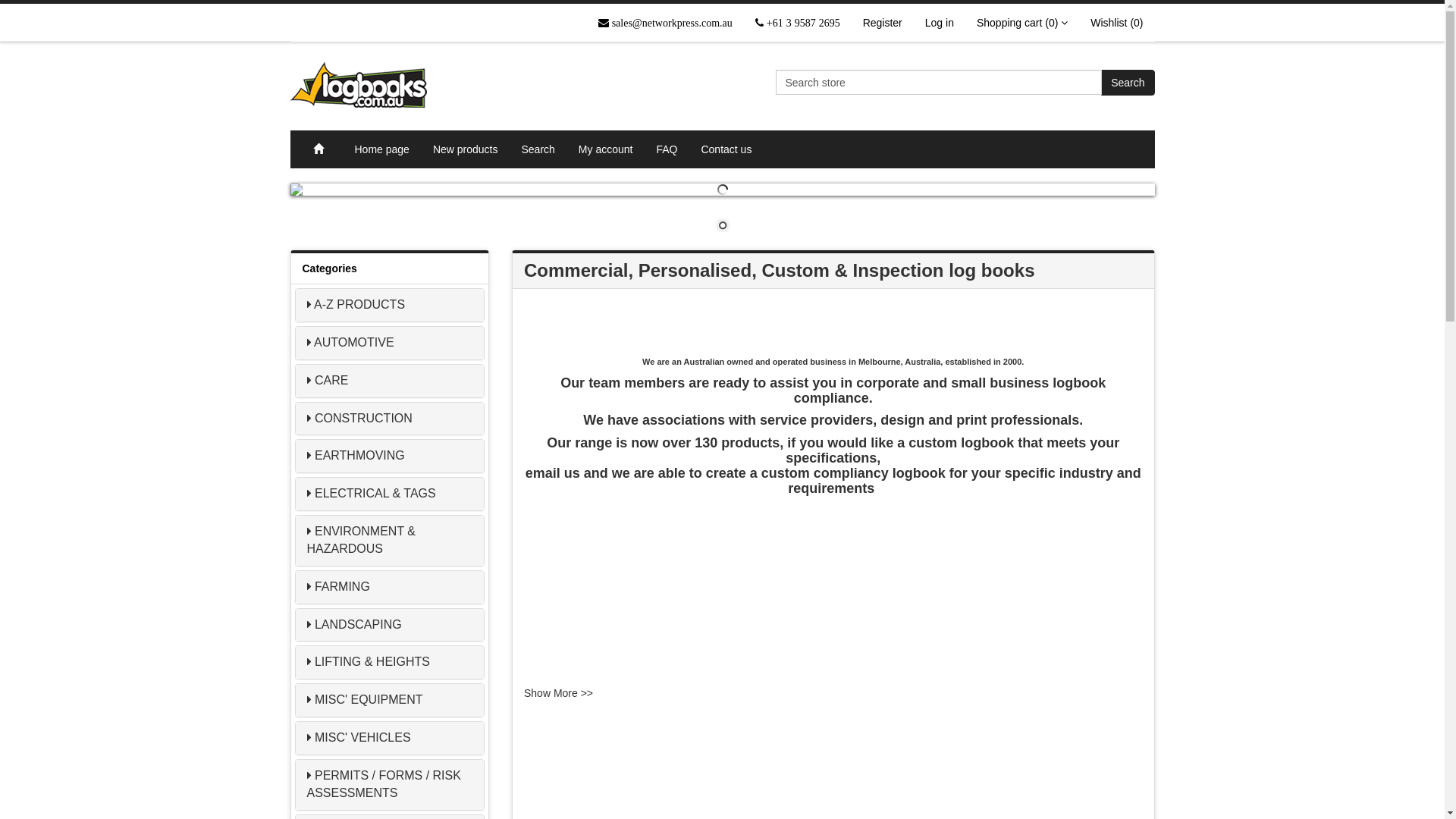 The width and height of the screenshot is (1456, 819). Describe the element at coordinates (1128, 82) in the screenshot. I see `'Search'` at that location.